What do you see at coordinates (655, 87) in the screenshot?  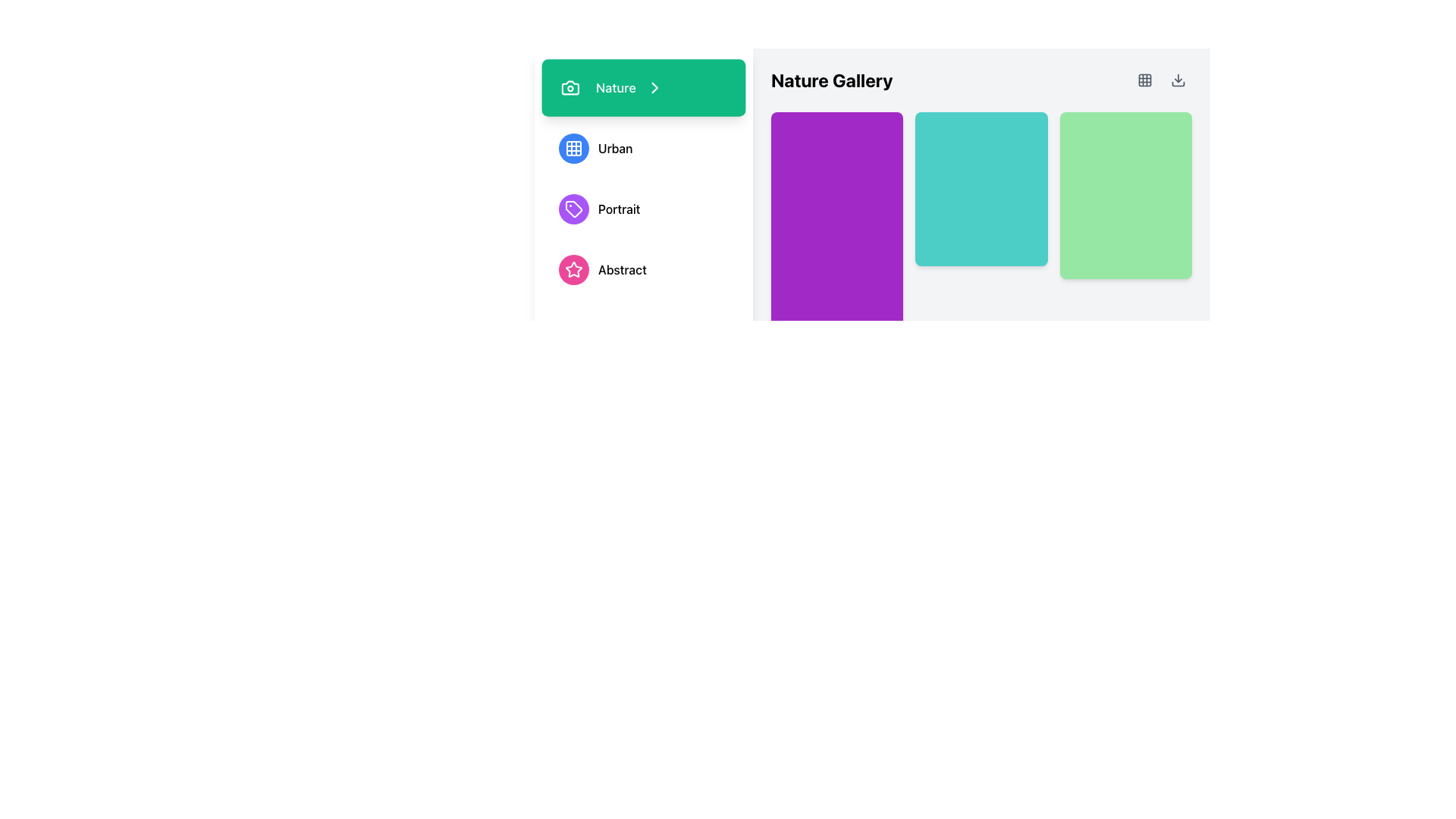 I see `the chevron icon at the far-right margin of the 'Nature' button, which indicates navigation to a sub-menu or page` at bounding box center [655, 87].